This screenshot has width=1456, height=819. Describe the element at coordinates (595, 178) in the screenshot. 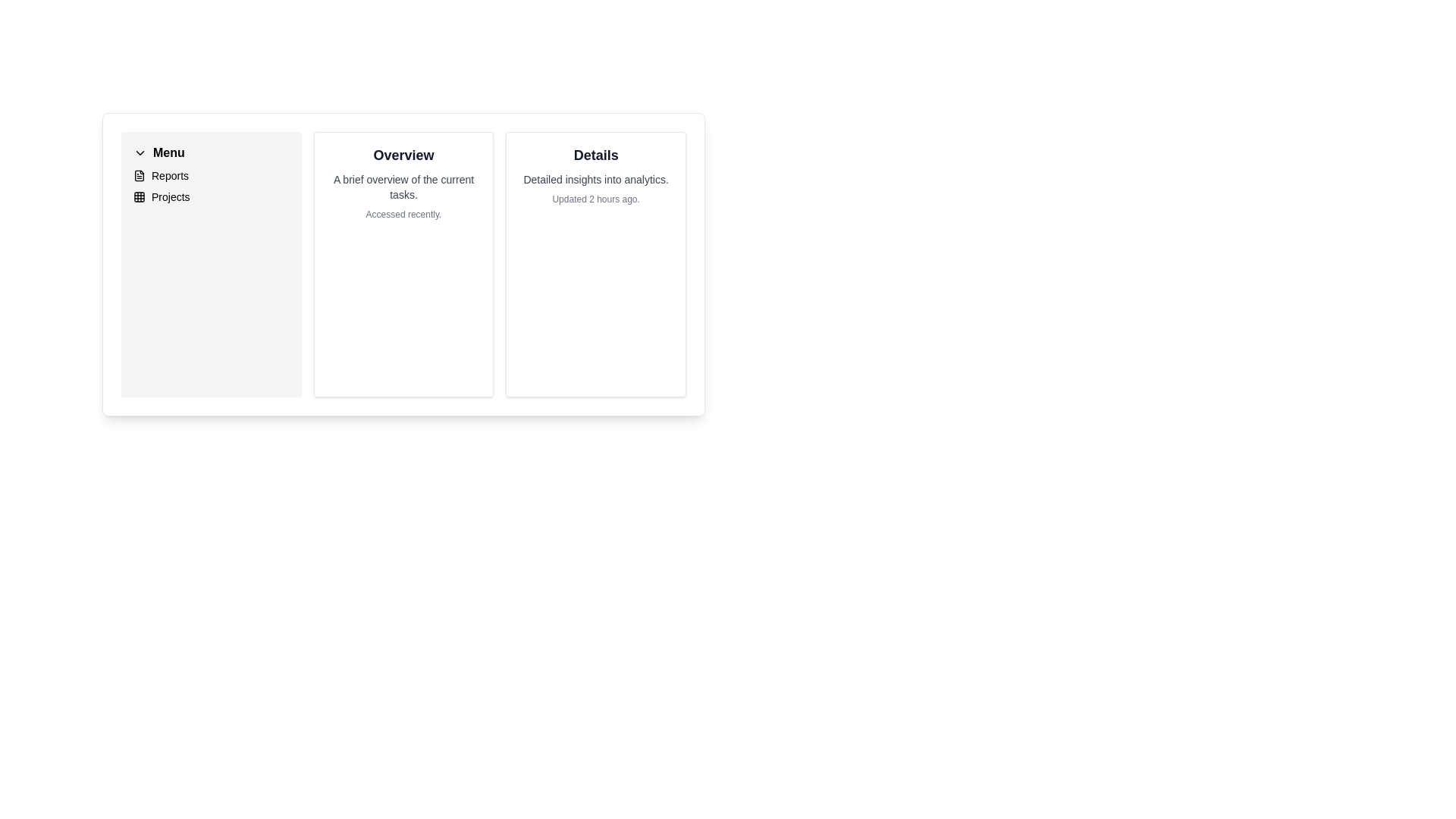

I see `the static text element that displays 'Detailed insights into analytics.' which is positioned below the 'Details' title text and above the timestamp text` at that location.